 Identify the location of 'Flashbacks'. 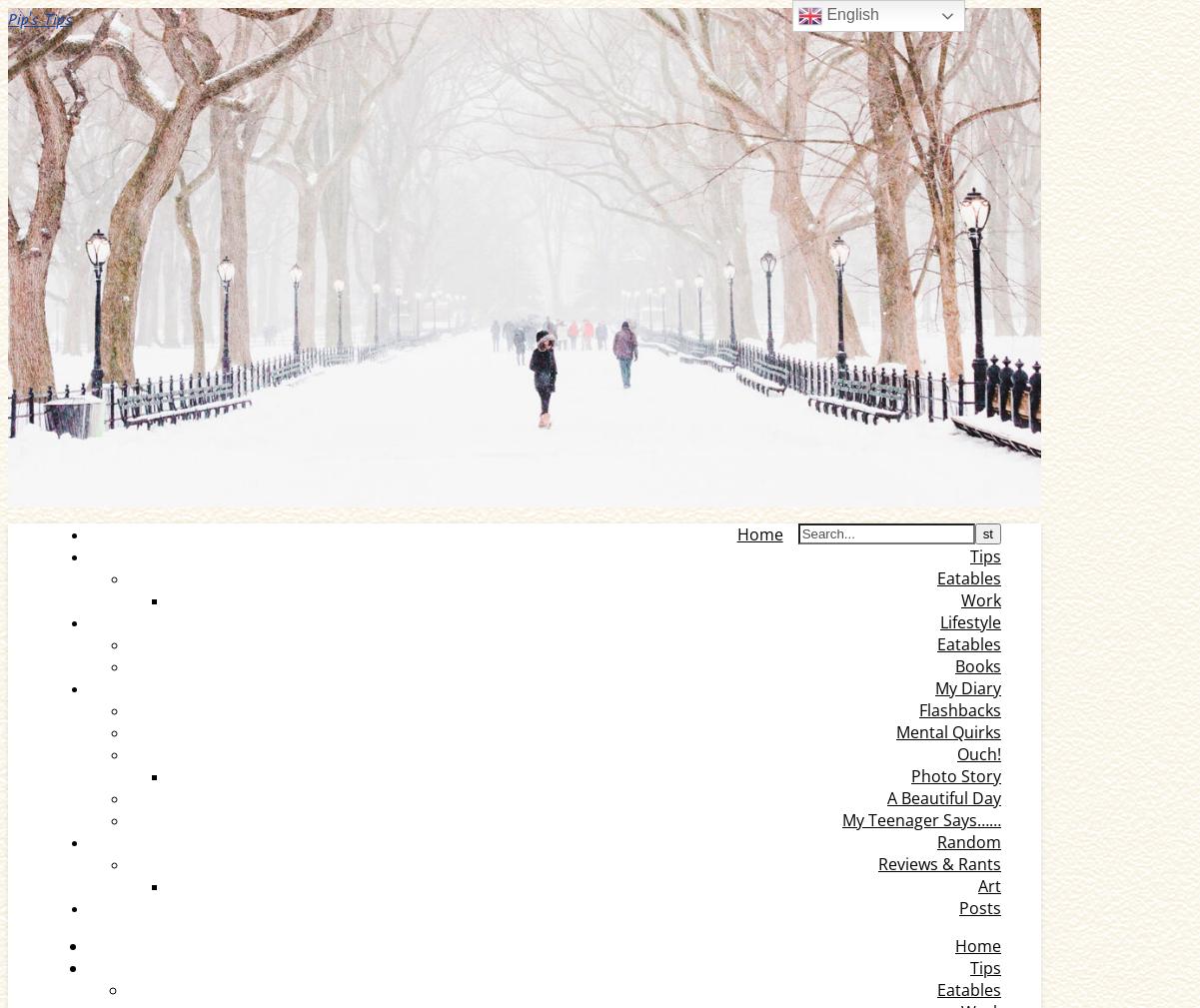
(960, 710).